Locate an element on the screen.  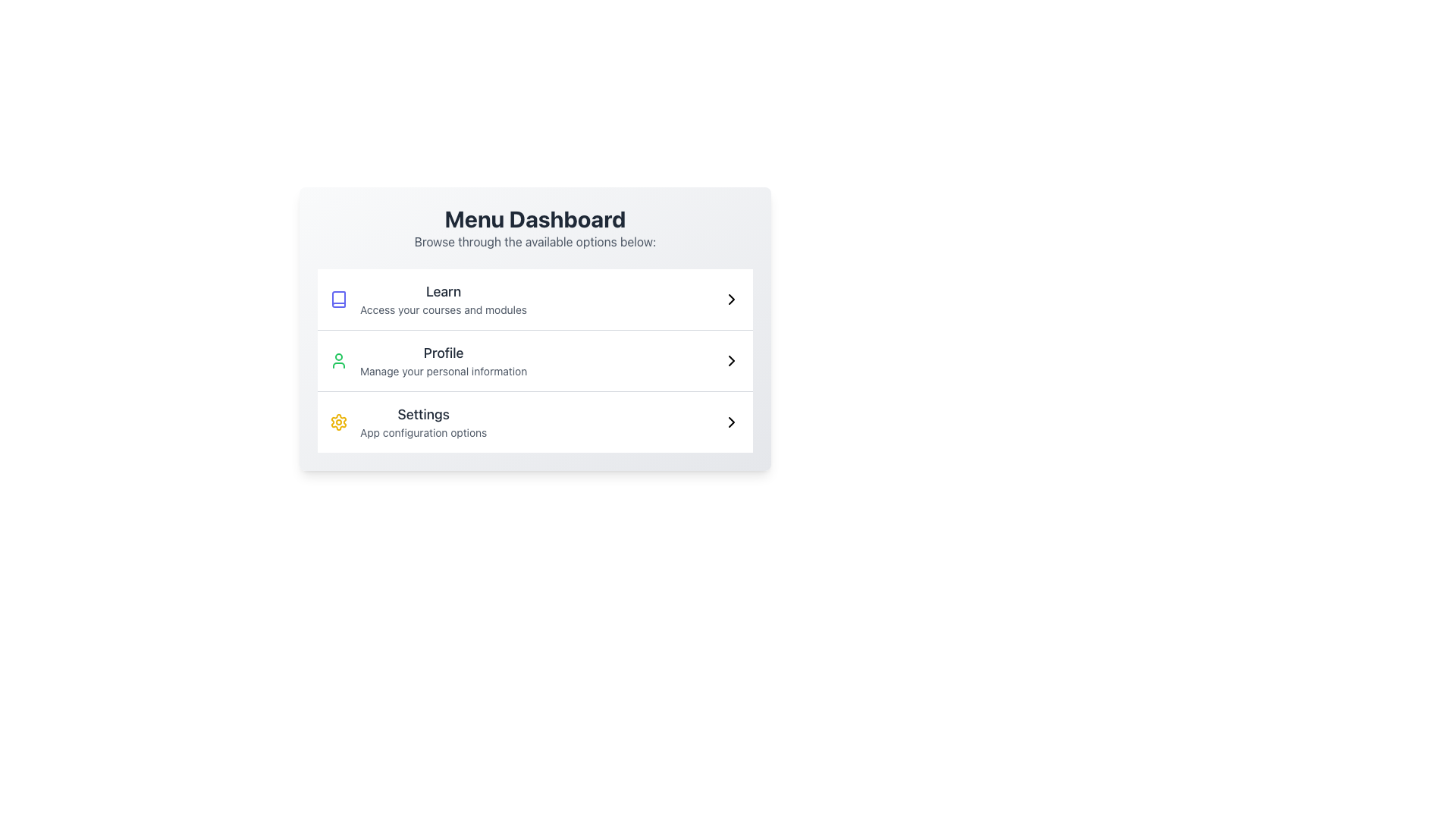
the individual options within the 'Menu Dashboard' card, which contains the items 'Learn', 'Profile', and 'Settings' is located at coordinates (535, 328).